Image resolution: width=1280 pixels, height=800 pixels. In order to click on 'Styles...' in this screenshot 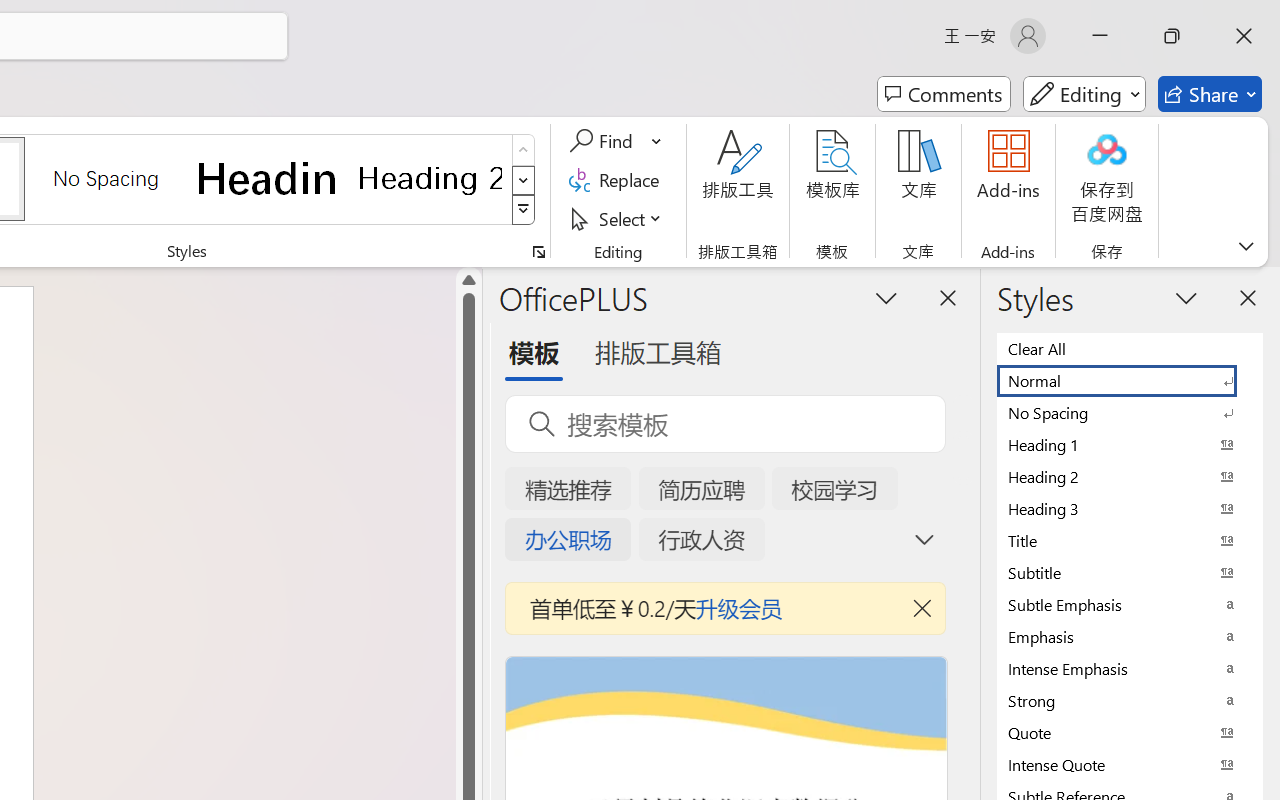, I will do `click(538, 251)`.